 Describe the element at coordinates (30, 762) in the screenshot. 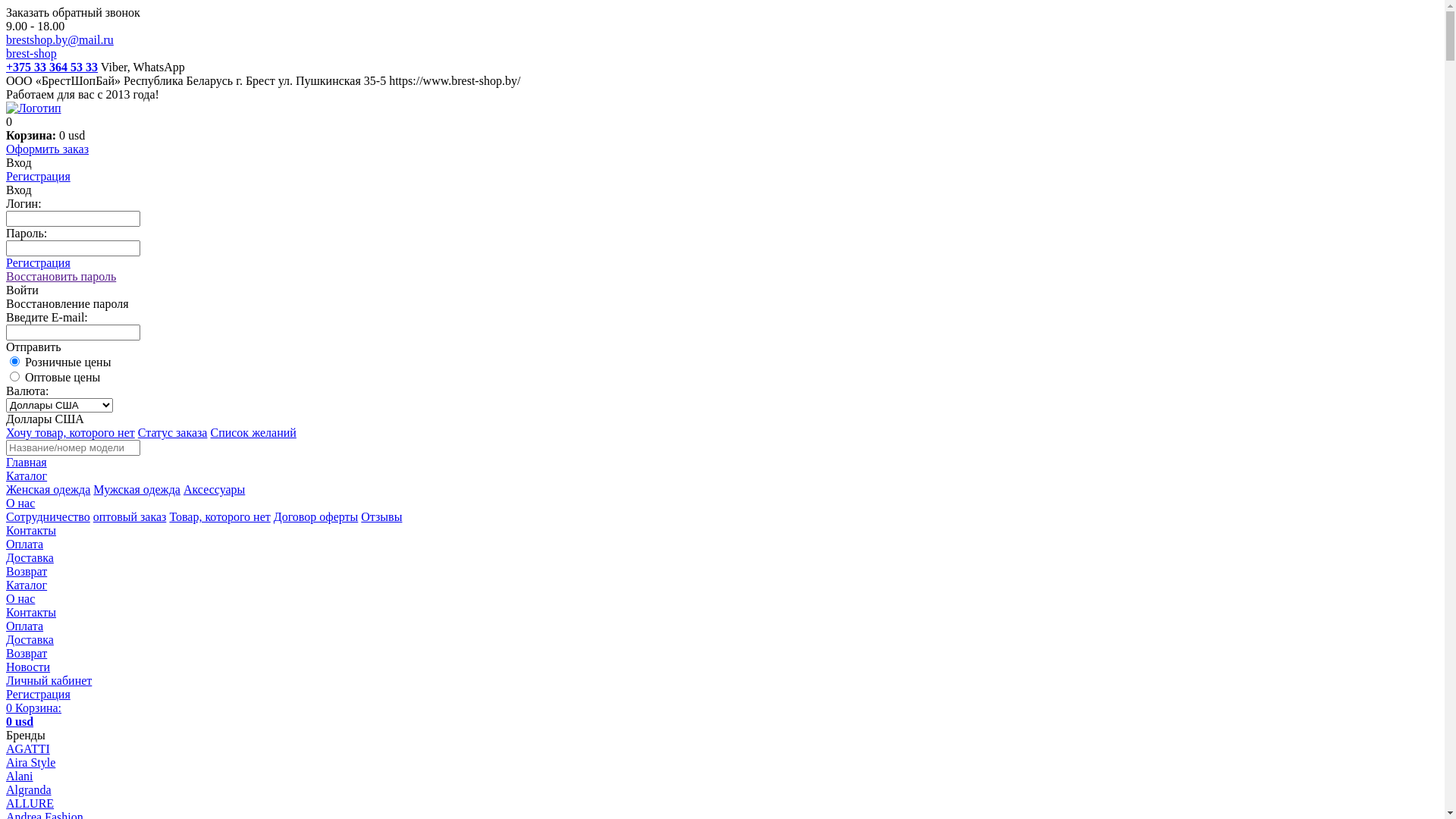

I see `'Aira Style'` at that location.